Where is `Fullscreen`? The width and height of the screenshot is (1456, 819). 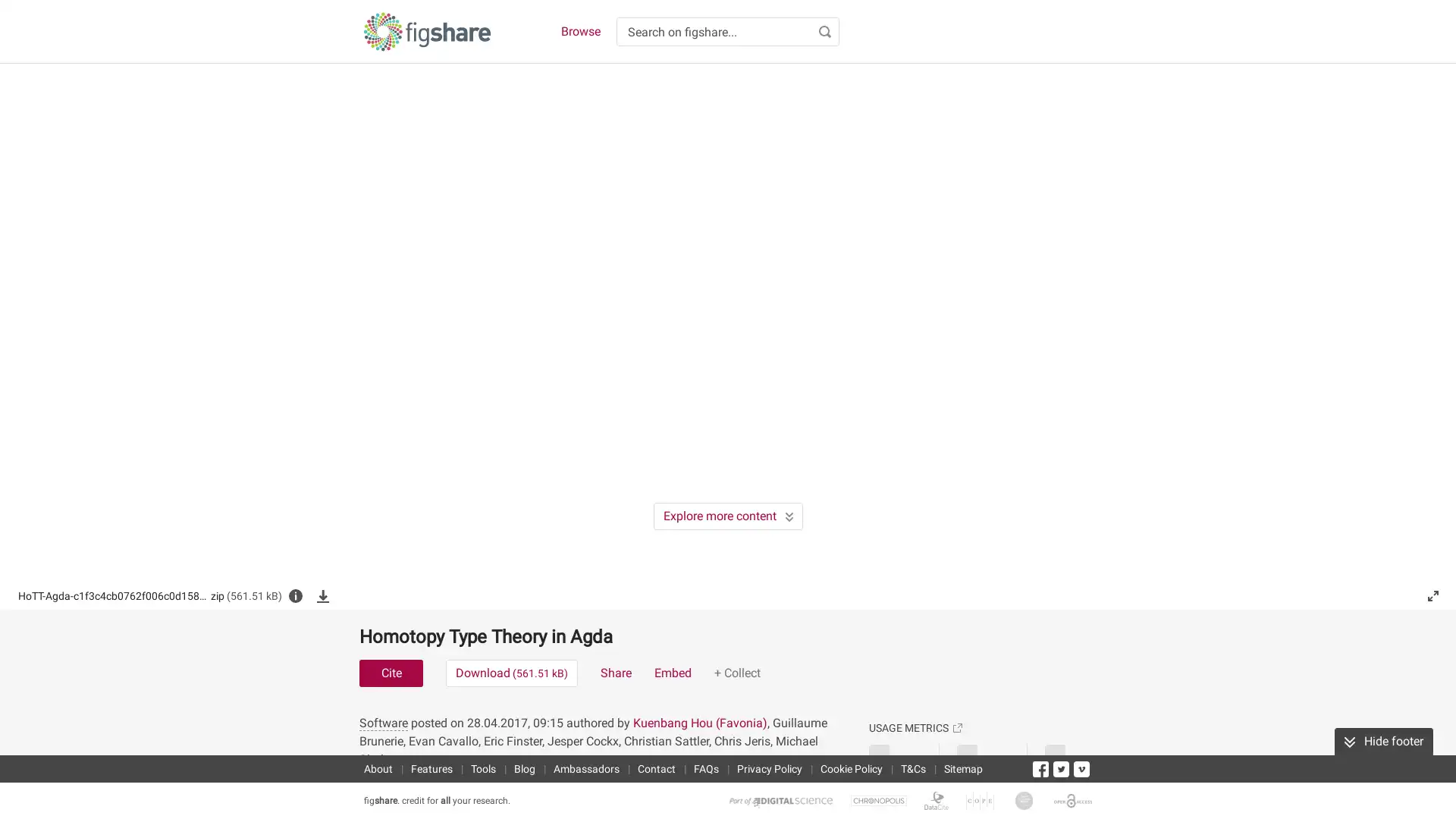
Fullscreen is located at coordinates (1432, 646).